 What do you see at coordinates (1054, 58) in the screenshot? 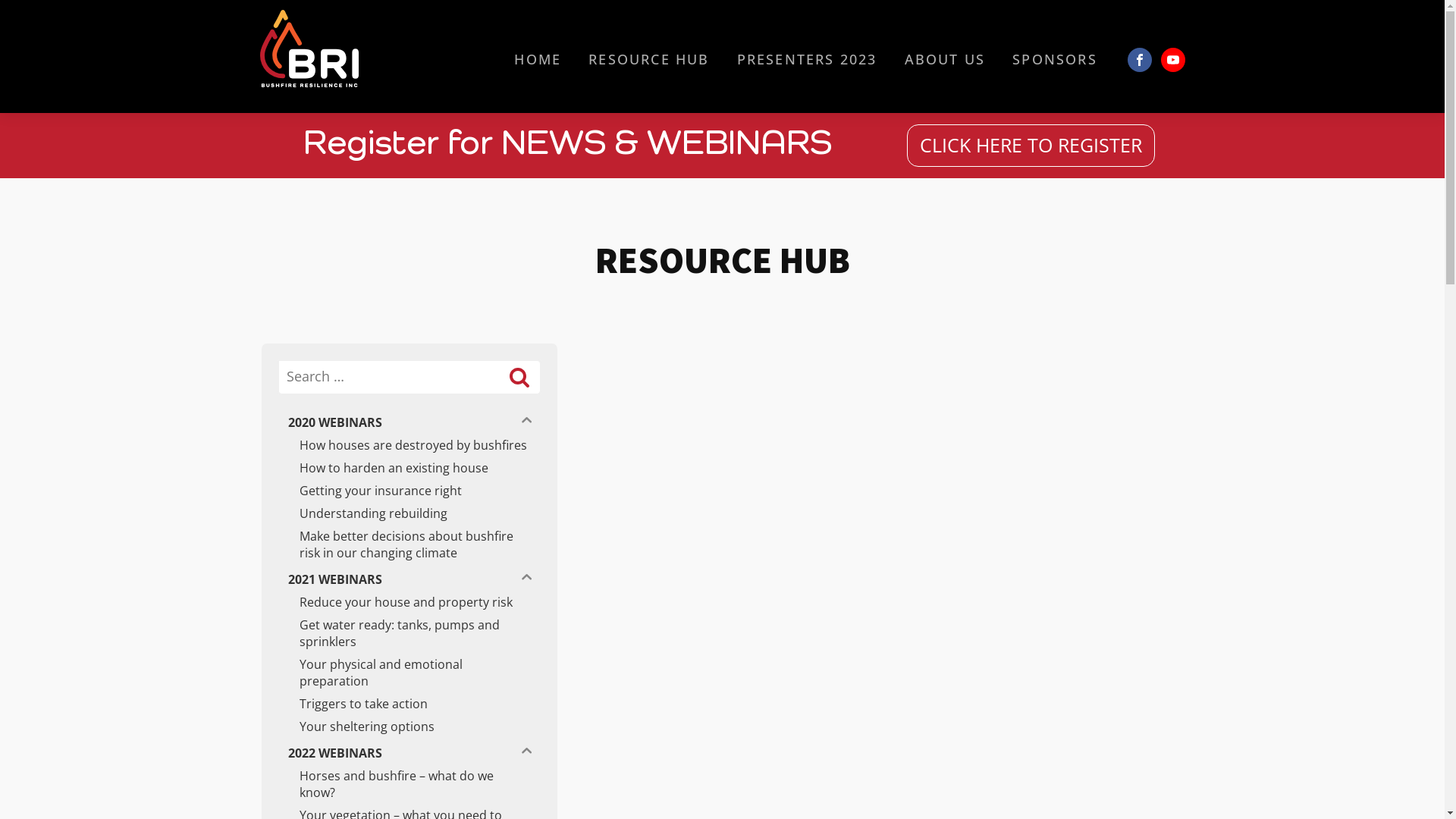
I see `'SPONSORS'` at bounding box center [1054, 58].